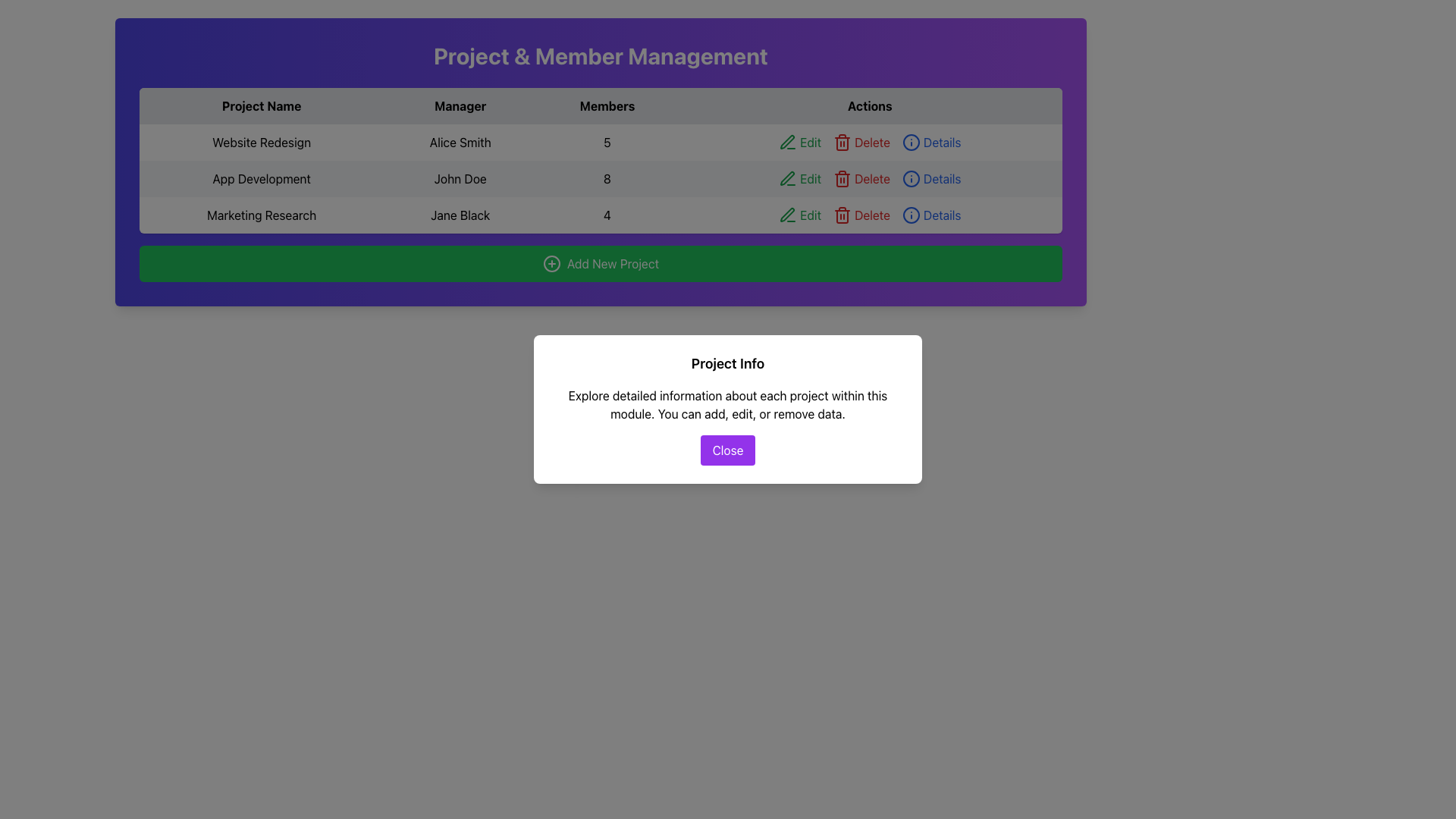 This screenshot has height=819, width=1456. Describe the element at coordinates (786, 214) in the screenshot. I see `the green stroke icon resembling a pen or pencil associated with the 'Marketing Research' project` at that location.